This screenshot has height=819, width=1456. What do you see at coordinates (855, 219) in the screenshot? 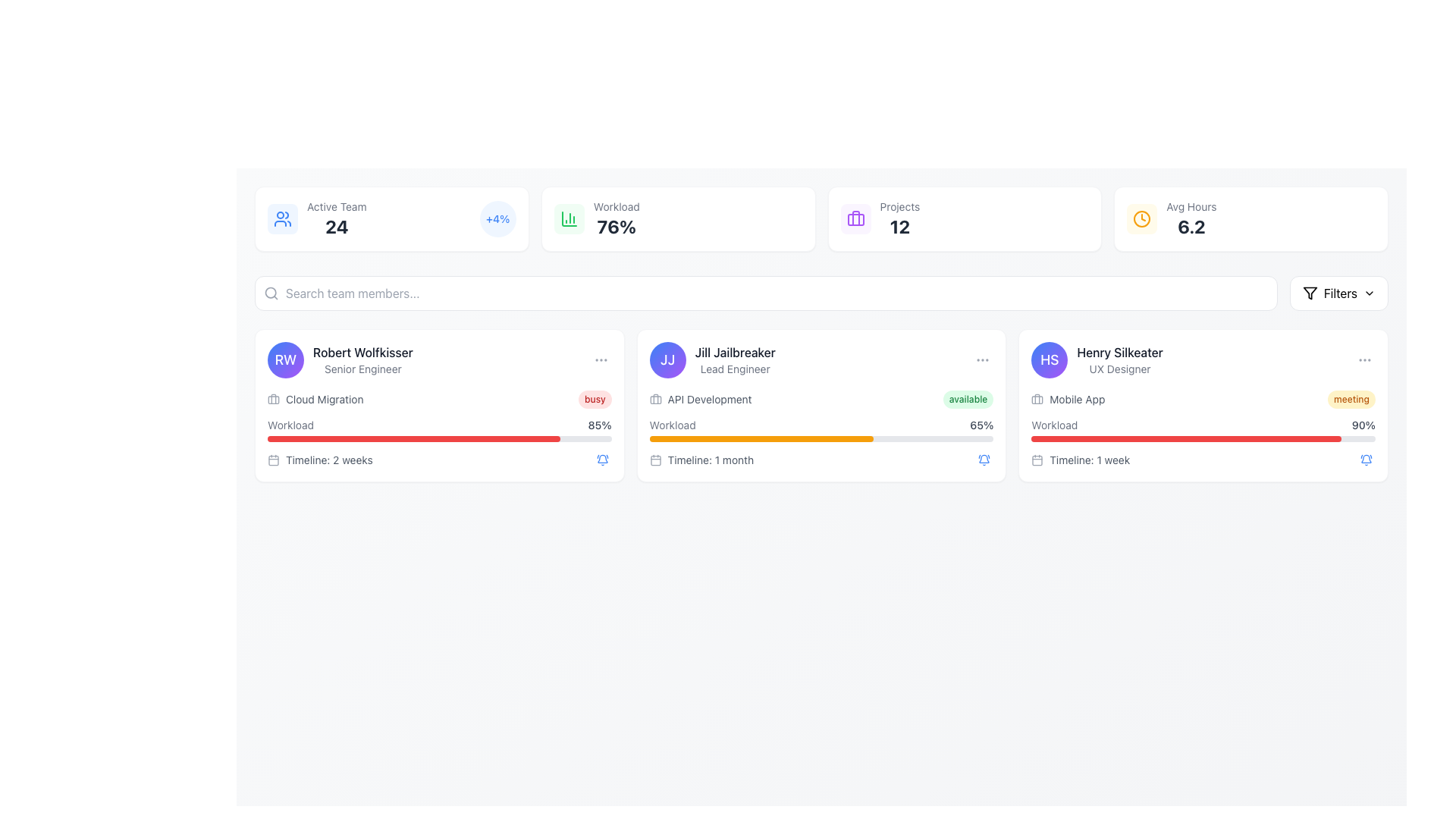
I see `the purple rectangular SVG component with rounded corners located within the 'Projects' card, centralized within a briefcase icon` at bounding box center [855, 219].